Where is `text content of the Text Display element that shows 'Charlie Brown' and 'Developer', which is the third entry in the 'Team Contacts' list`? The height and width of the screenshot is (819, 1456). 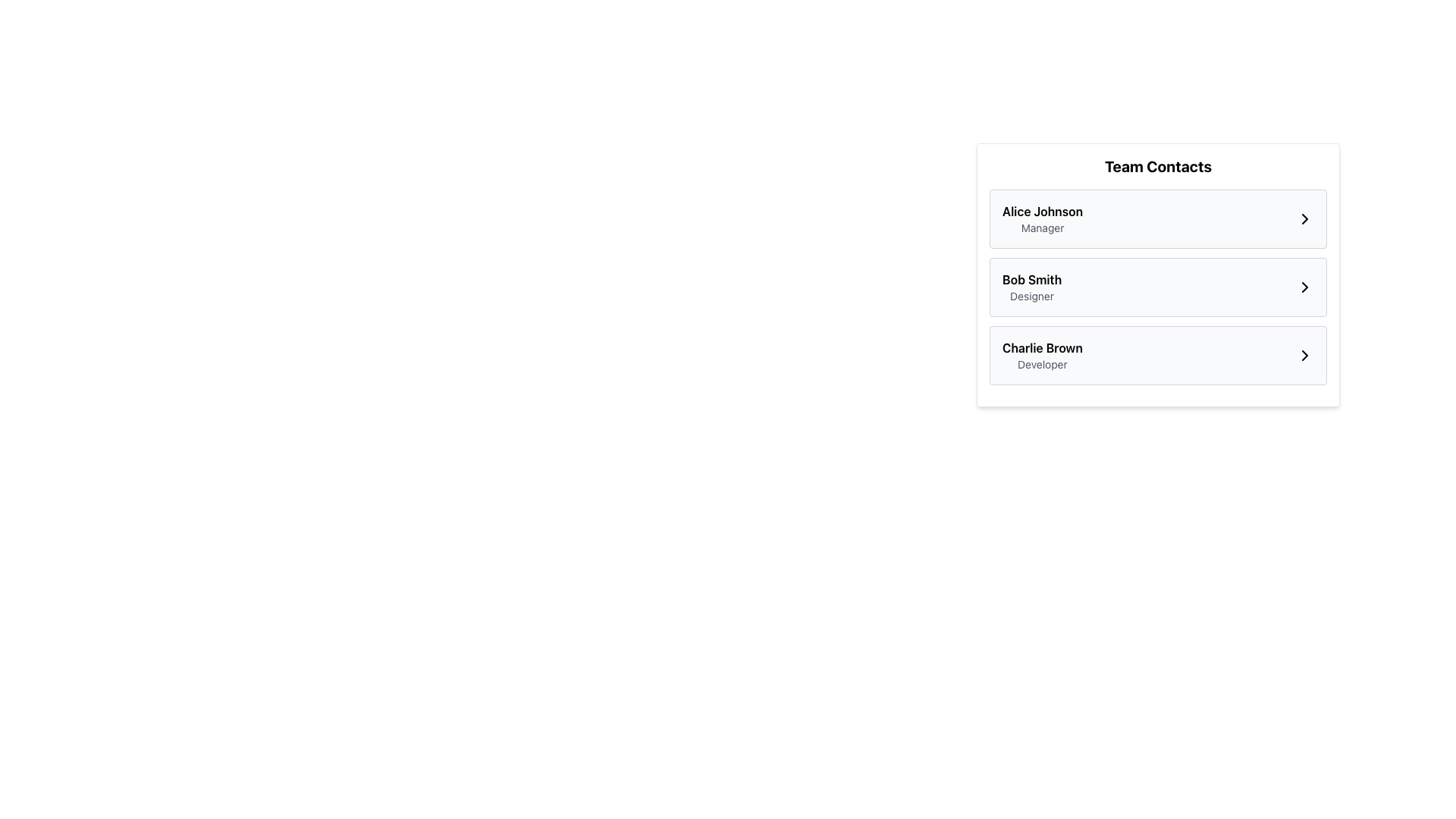
text content of the Text Display element that shows 'Charlie Brown' and 'Developer', which is the third entry in the 'Team Contacts' list is located at coordinates (1041, 356).